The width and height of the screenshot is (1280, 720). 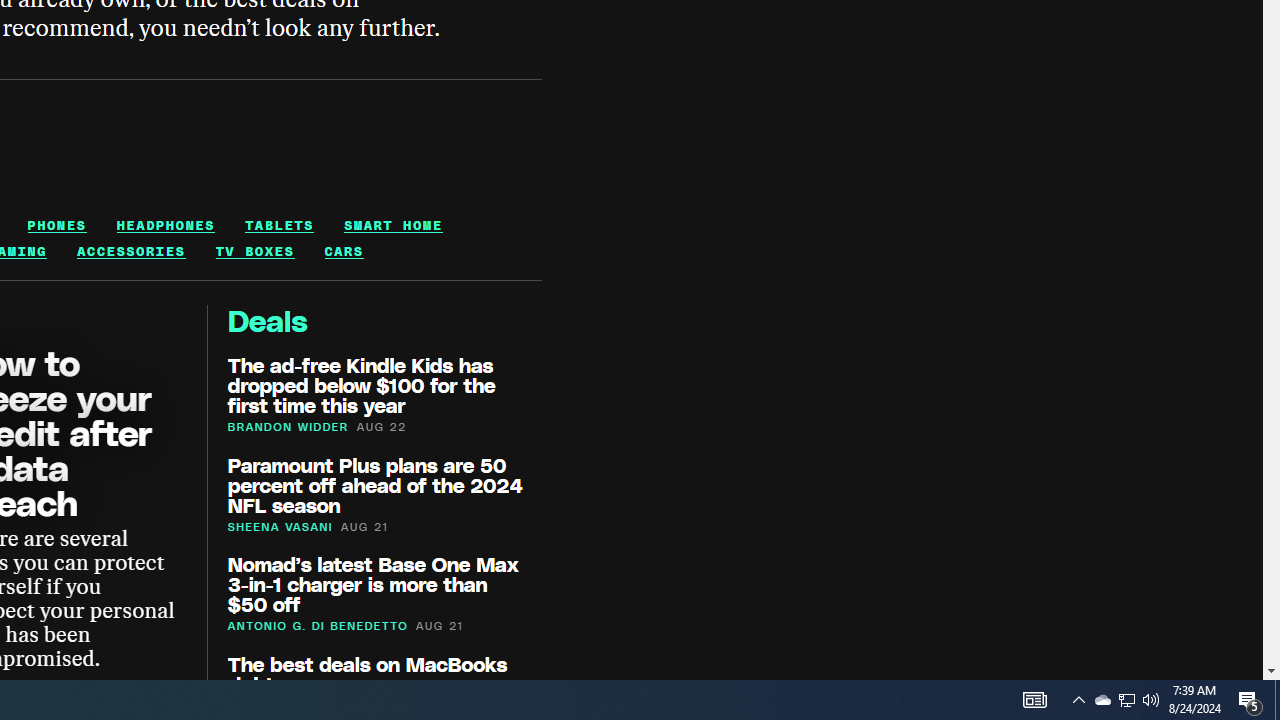 What do you see at coordinates (287, 425) in the screenshot?
I see `'BRANDON WIDDER'` at bounding box center [287, 425].